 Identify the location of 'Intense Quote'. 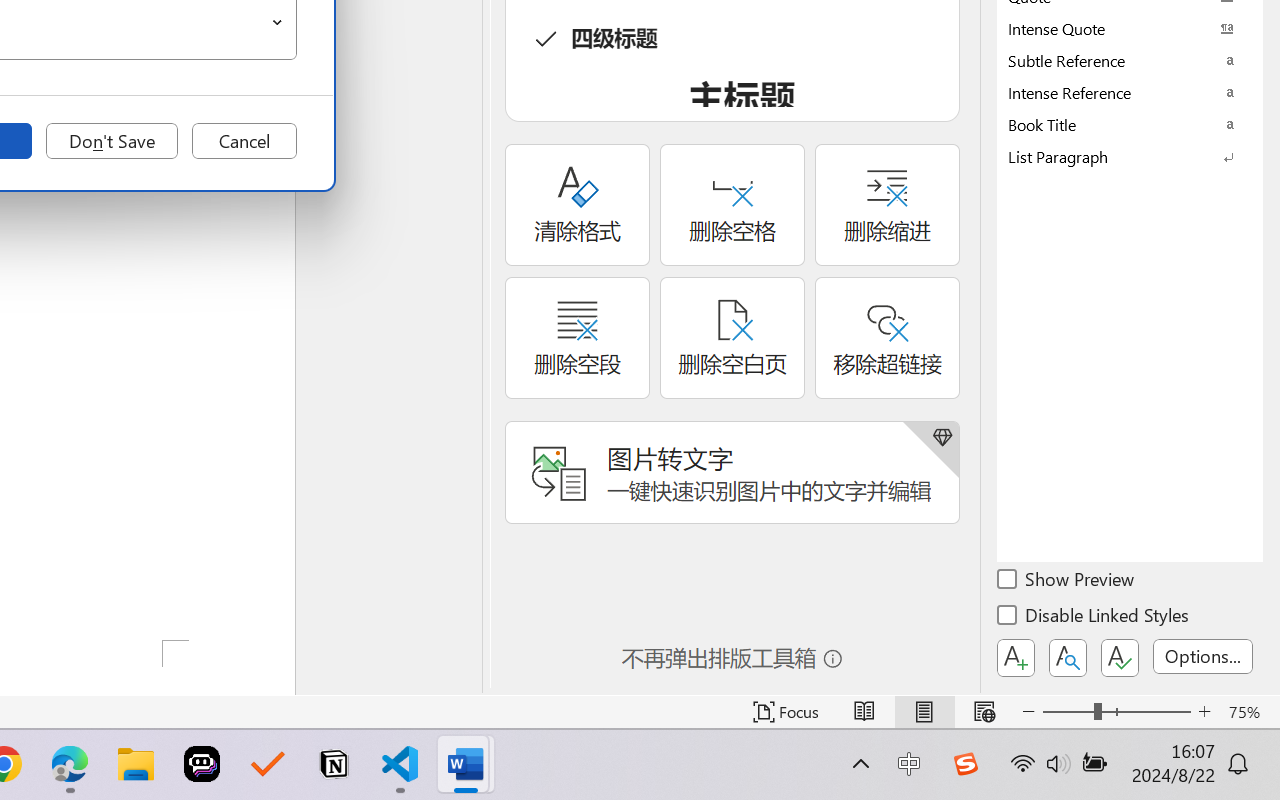
(1130, 28).